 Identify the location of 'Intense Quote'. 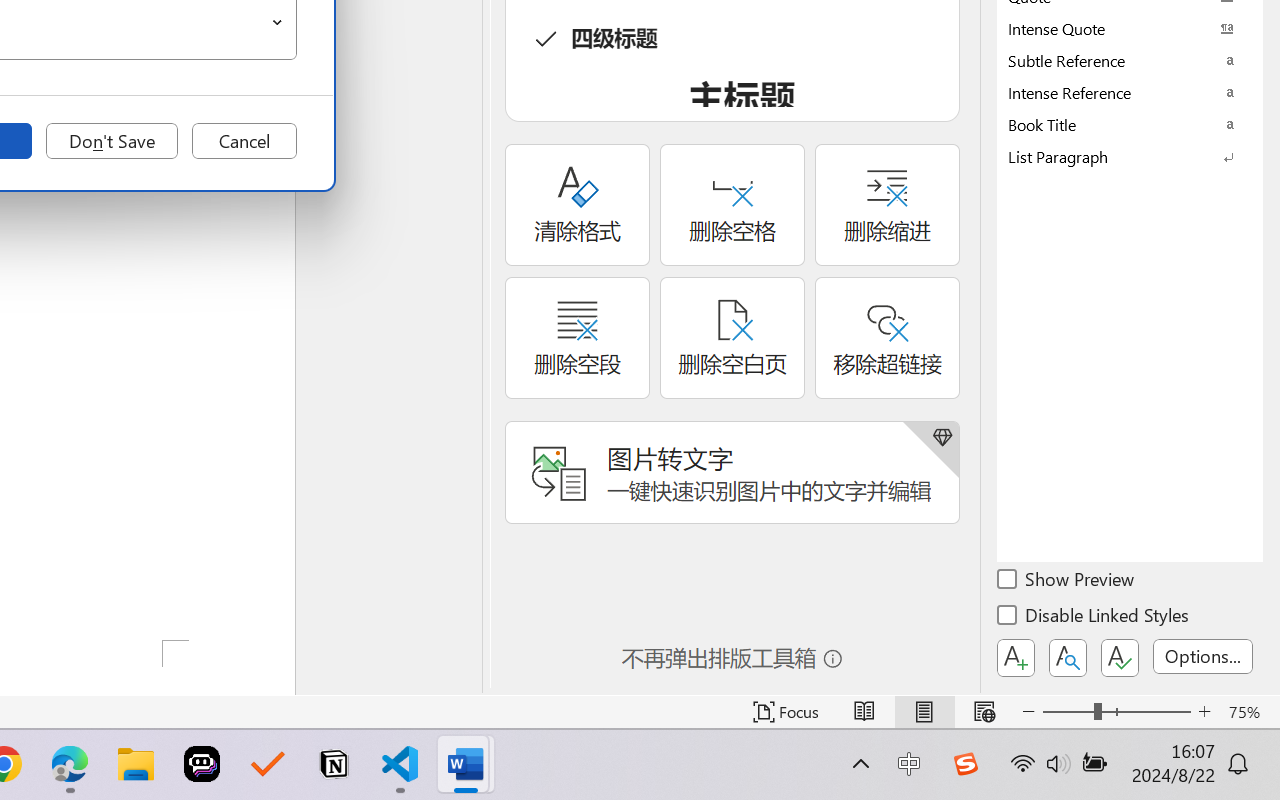
(1130, 28).